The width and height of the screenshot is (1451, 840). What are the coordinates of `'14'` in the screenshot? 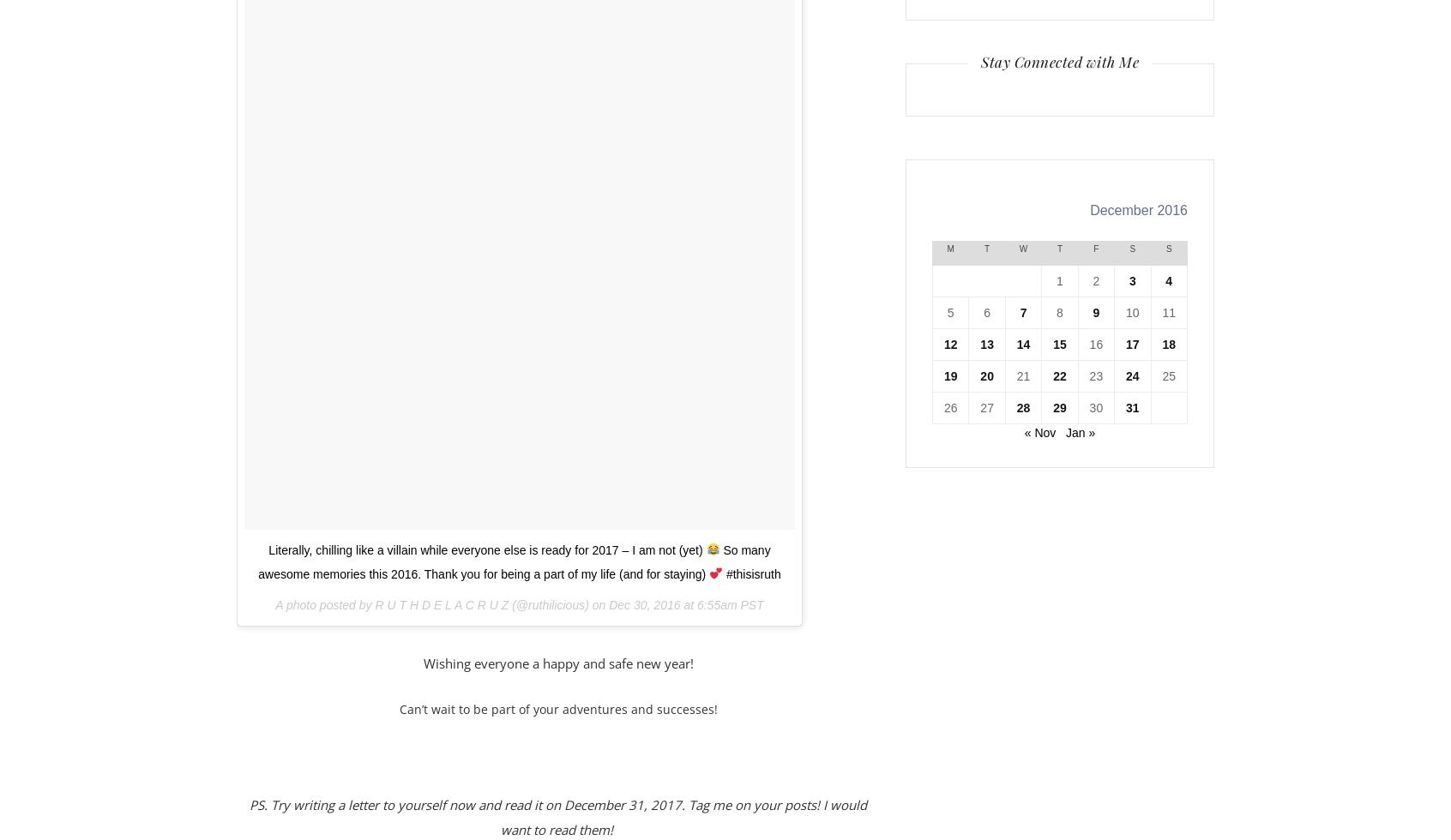 It's located at (1015, 344).